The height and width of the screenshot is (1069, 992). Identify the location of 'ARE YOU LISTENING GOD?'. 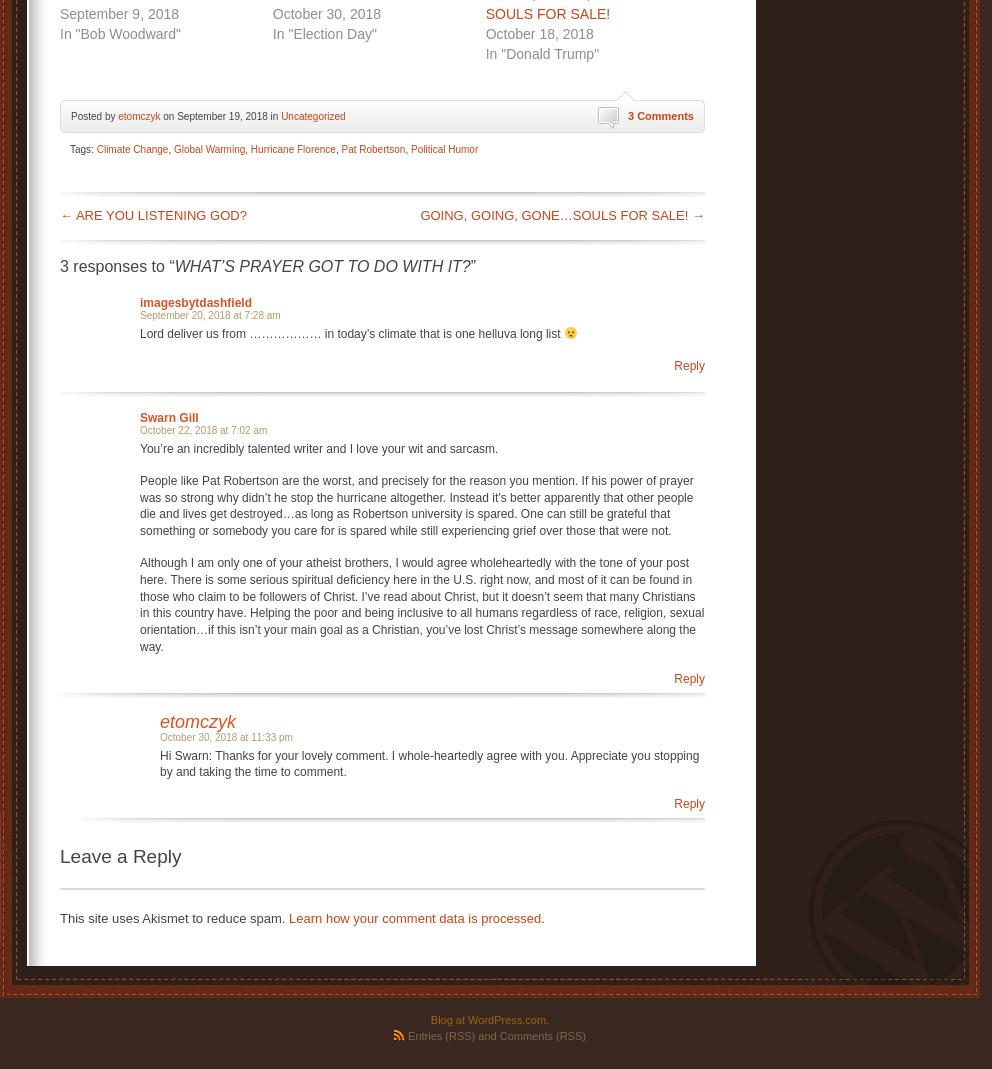
(159, 213).